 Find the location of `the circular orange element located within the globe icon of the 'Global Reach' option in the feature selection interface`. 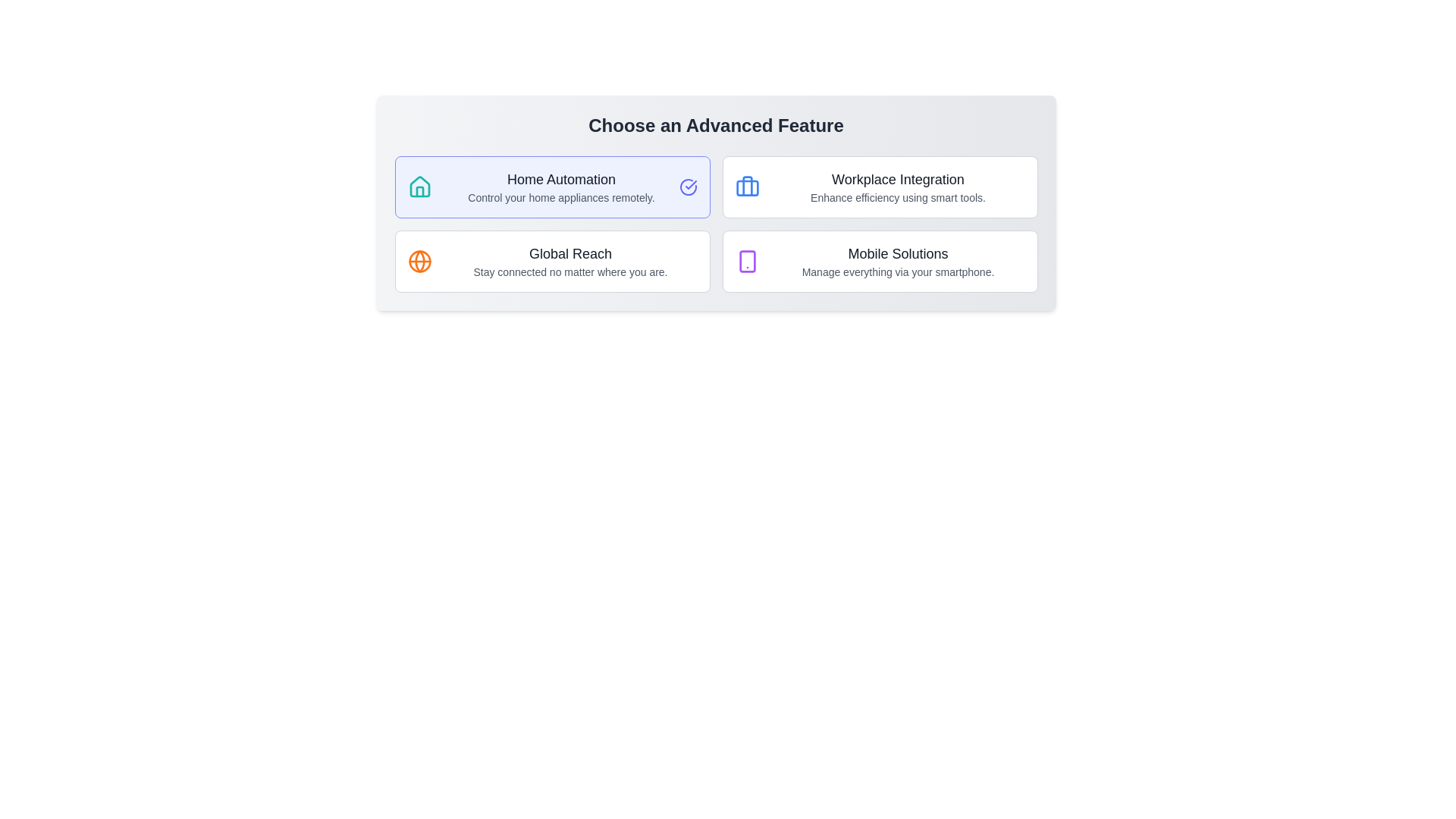

the circular orange element located within the globe icon of the 'Global Reach' option in the feature selection interface is located at coordinates (419, 260).